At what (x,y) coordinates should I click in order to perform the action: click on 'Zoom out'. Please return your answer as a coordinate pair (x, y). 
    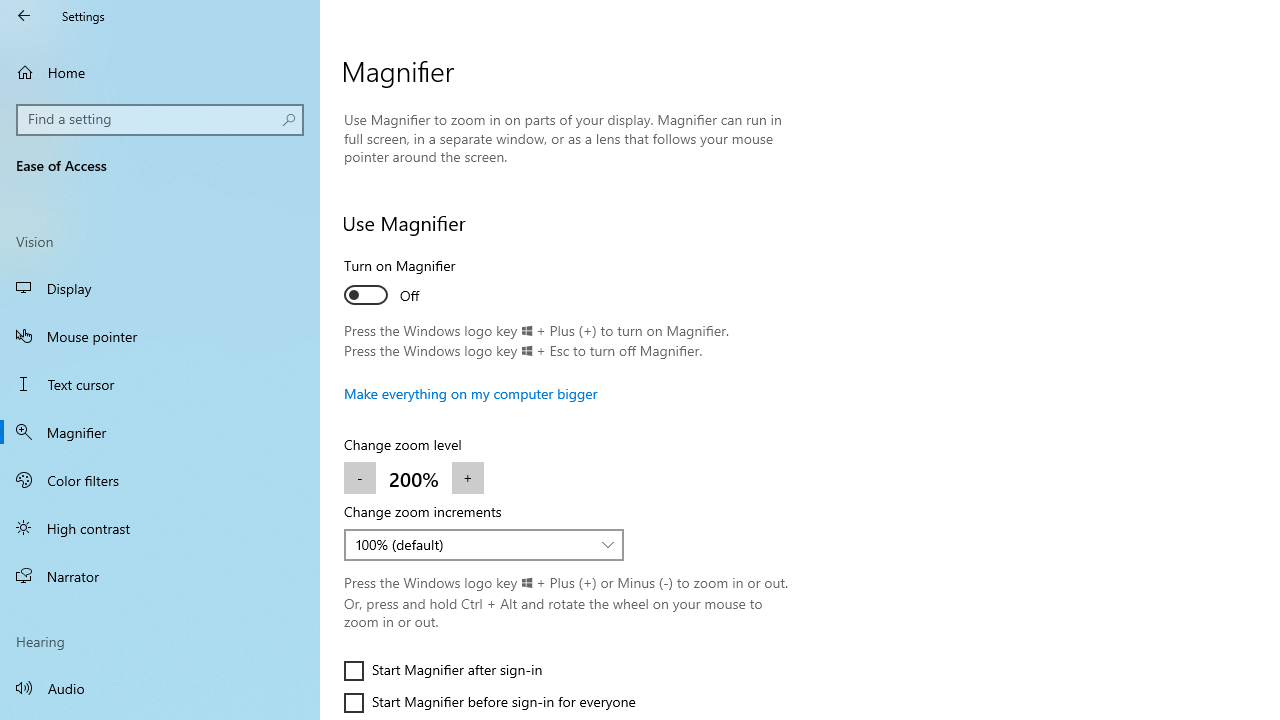
    Looking at the image, I should click on (360, 478).